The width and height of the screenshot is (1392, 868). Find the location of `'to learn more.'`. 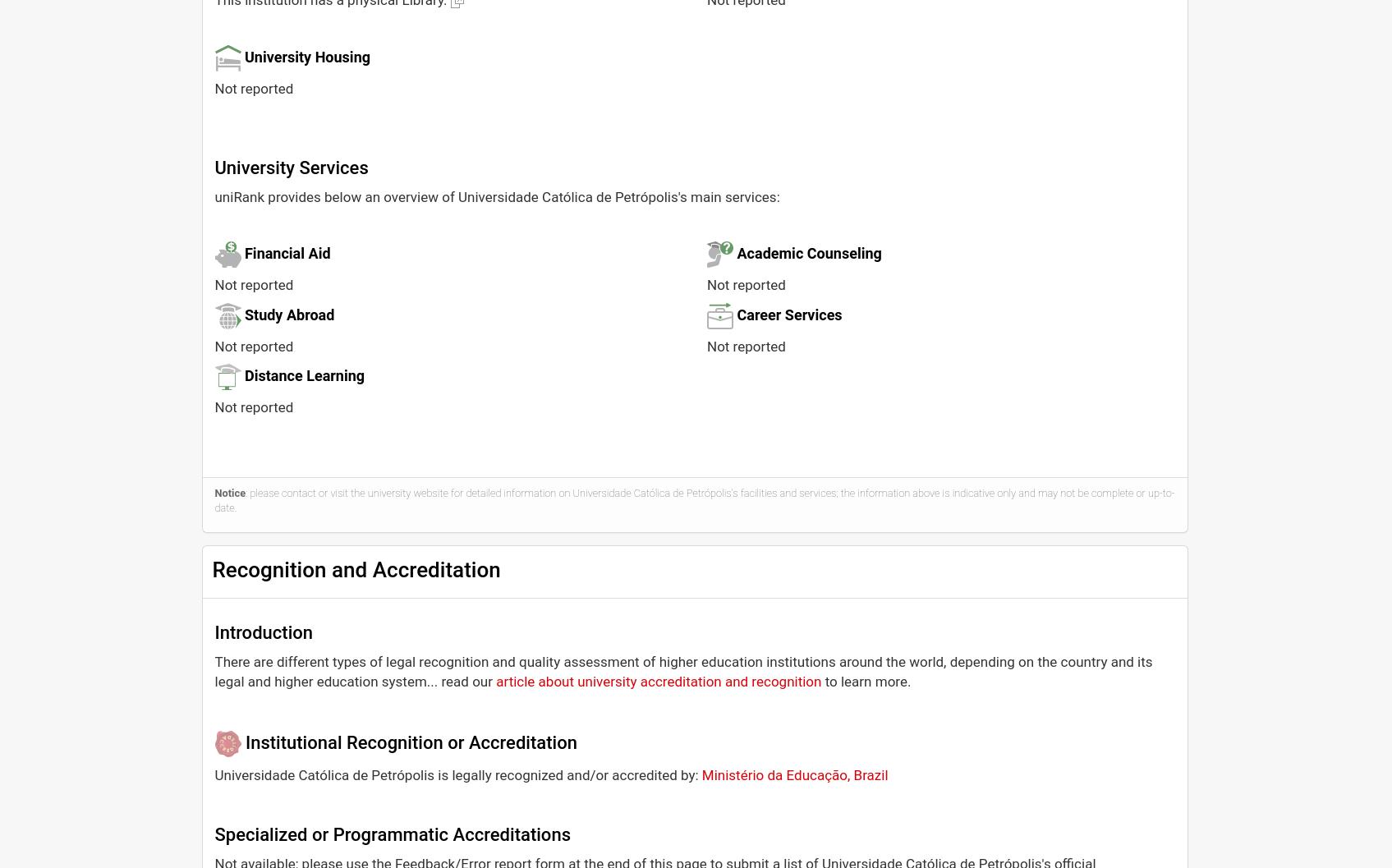

'to learn more.' is located at coordinates (866, 681).